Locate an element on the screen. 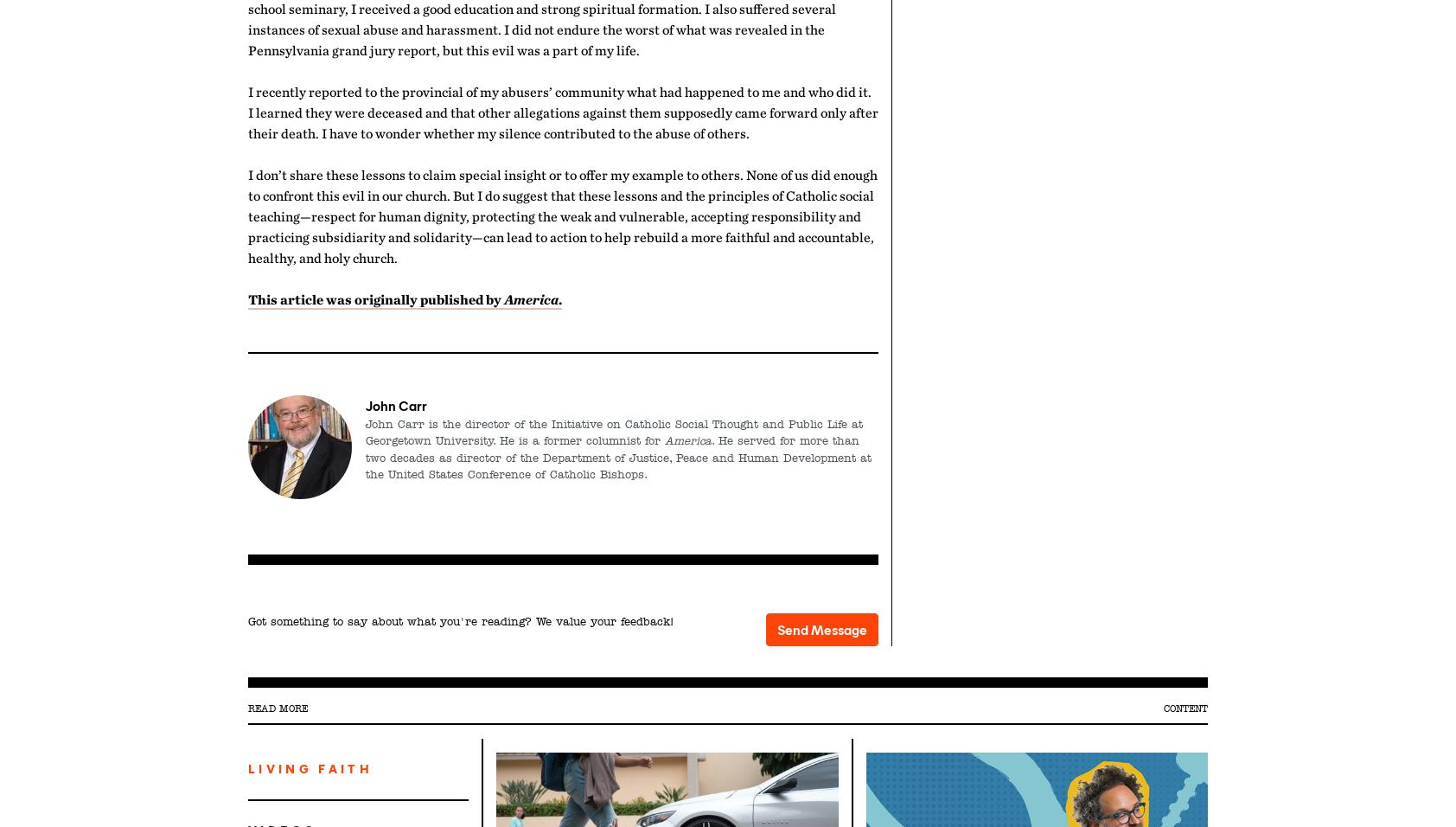 Image resolution: width=1456 pixels, height=827 pixels. 'This article was originally published by' is located at coordinates (247, 298).